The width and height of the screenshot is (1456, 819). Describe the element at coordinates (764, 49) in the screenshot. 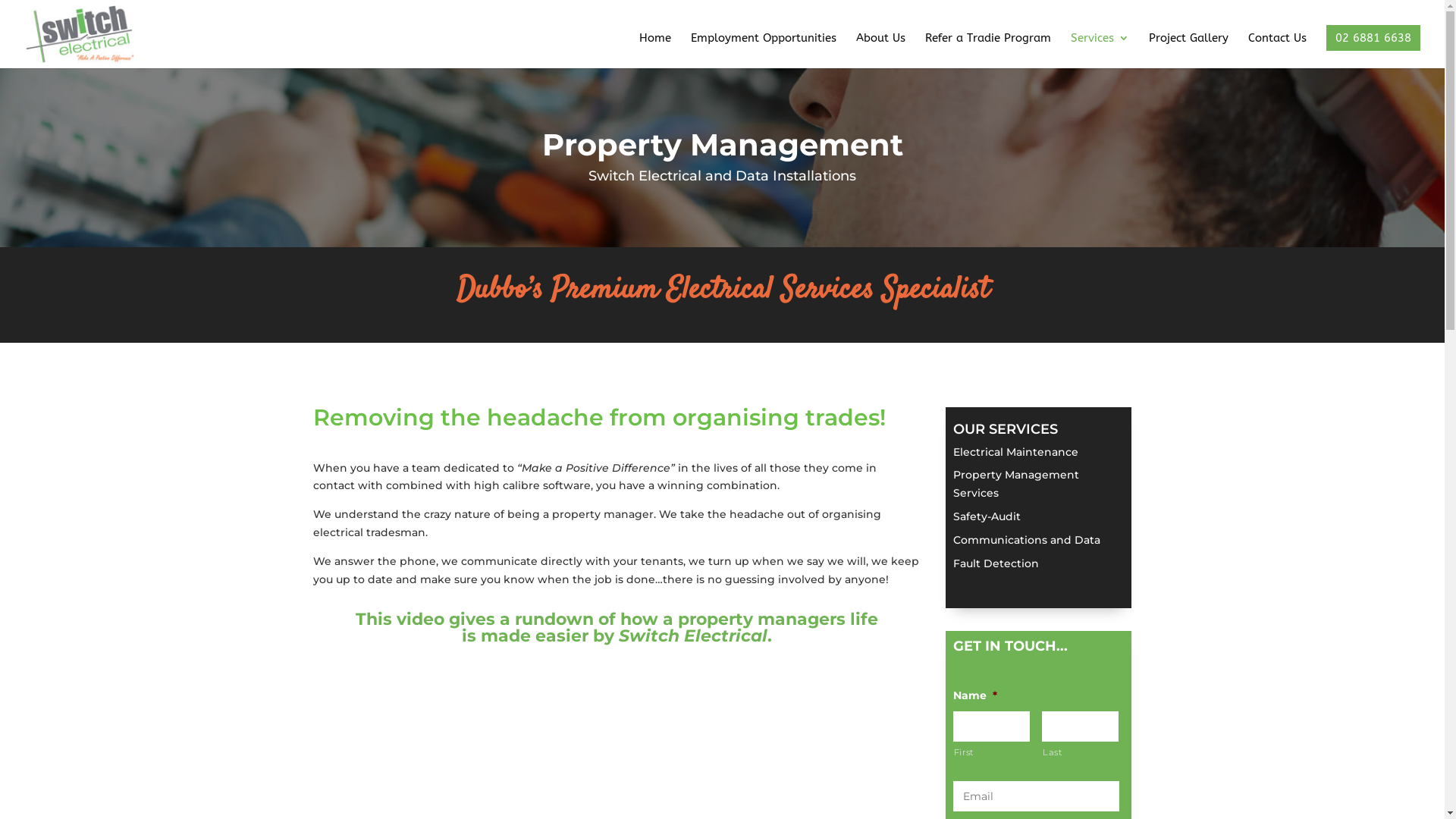

I see `'Employment Opportunities'` at that location.